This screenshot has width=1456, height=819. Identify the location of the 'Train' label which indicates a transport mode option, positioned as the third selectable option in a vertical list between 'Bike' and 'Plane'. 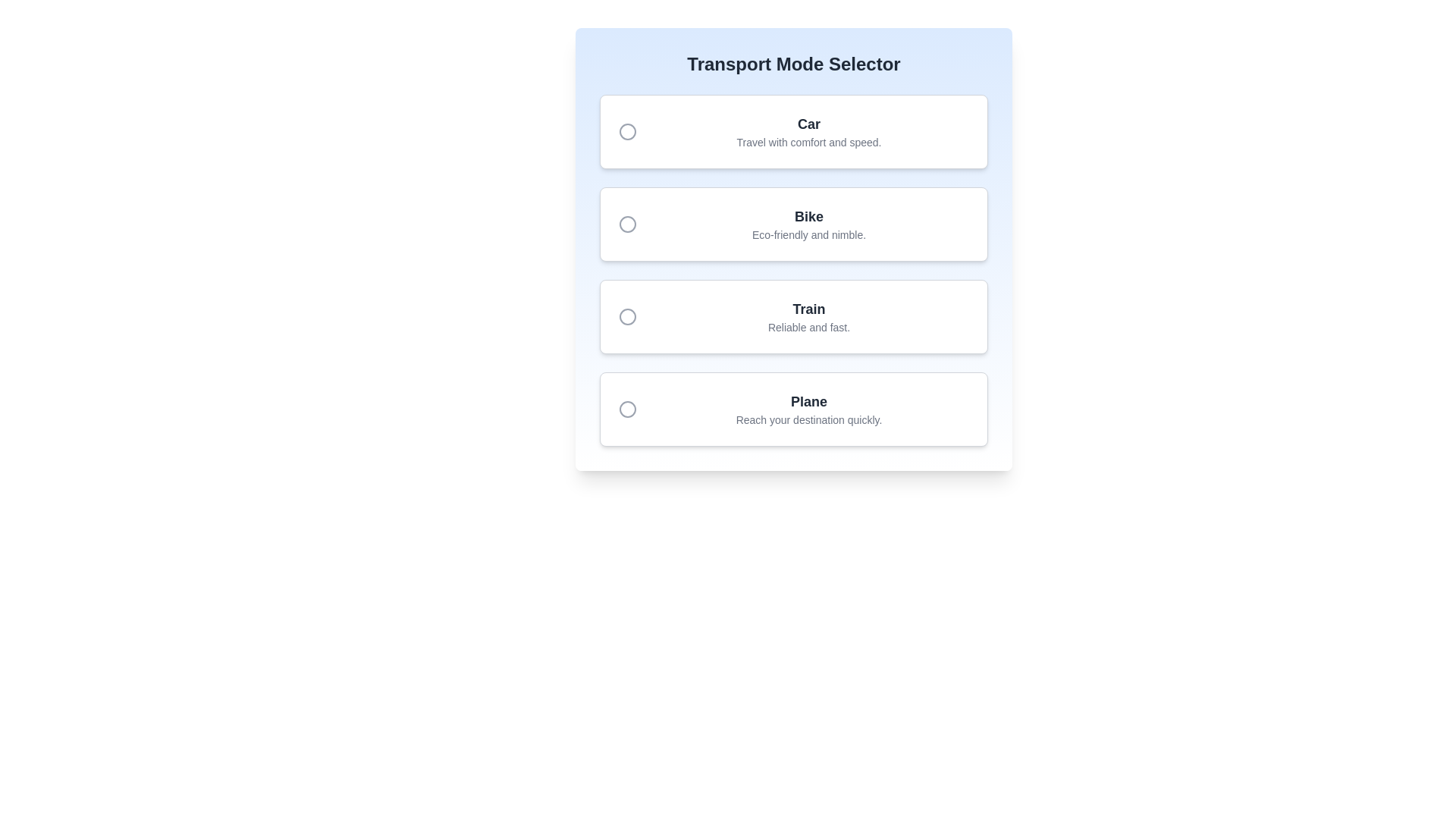
(808, 315).